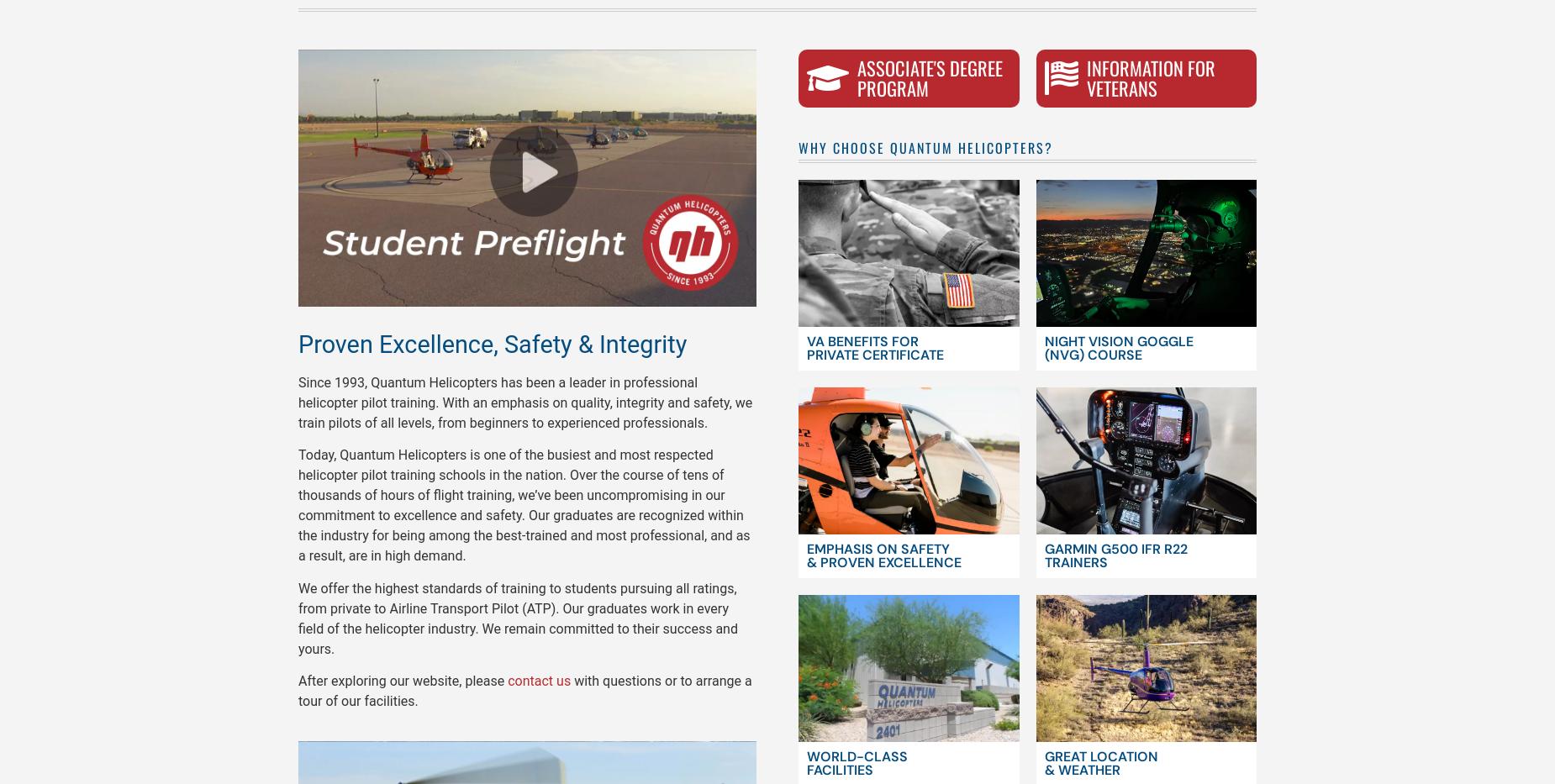  Describe the element at coordinates (1081, 770) in the screenshot. I see `'& Weather'` at that location.